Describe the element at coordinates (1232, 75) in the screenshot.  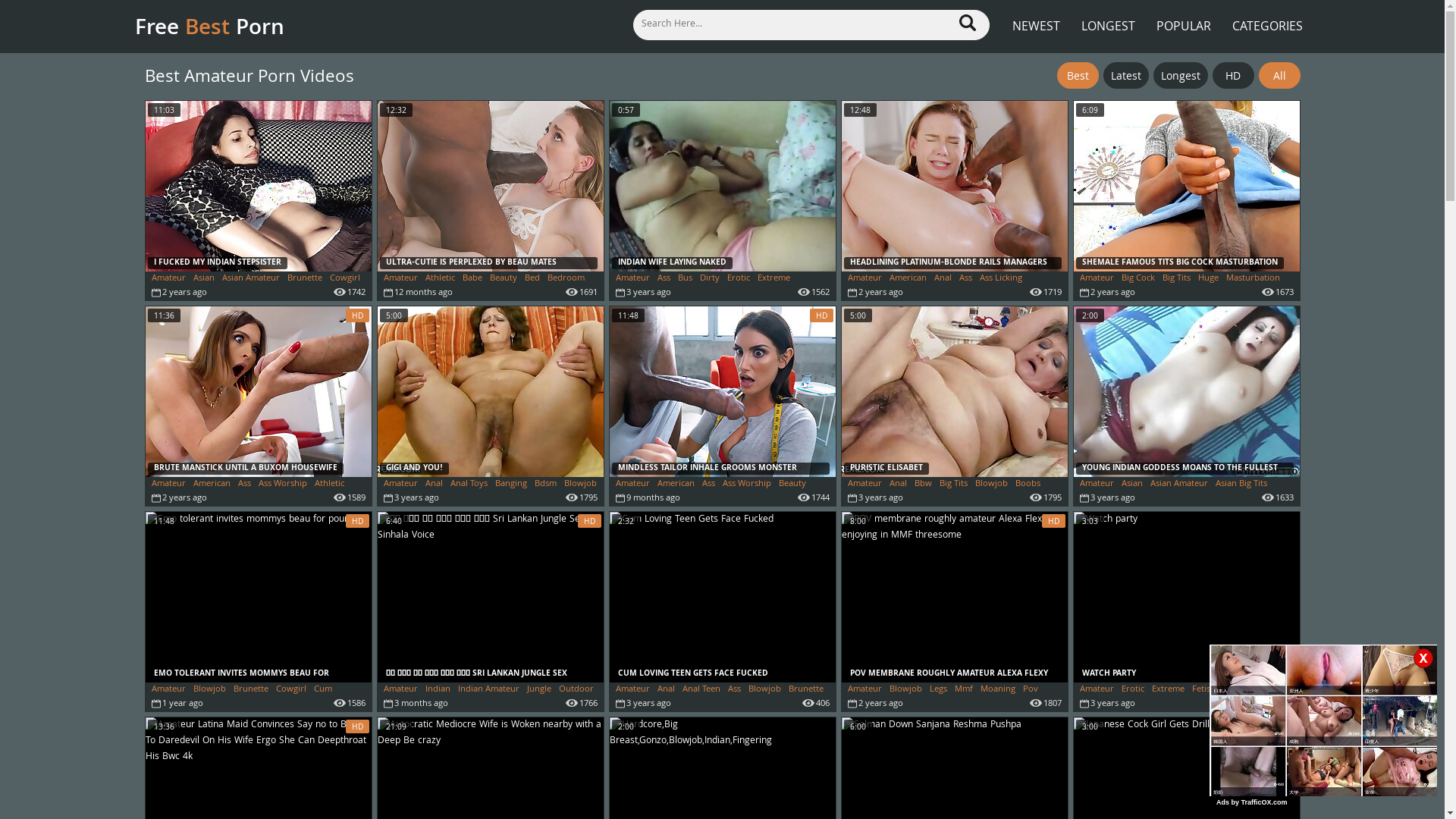
I see `'HD'` at that location.